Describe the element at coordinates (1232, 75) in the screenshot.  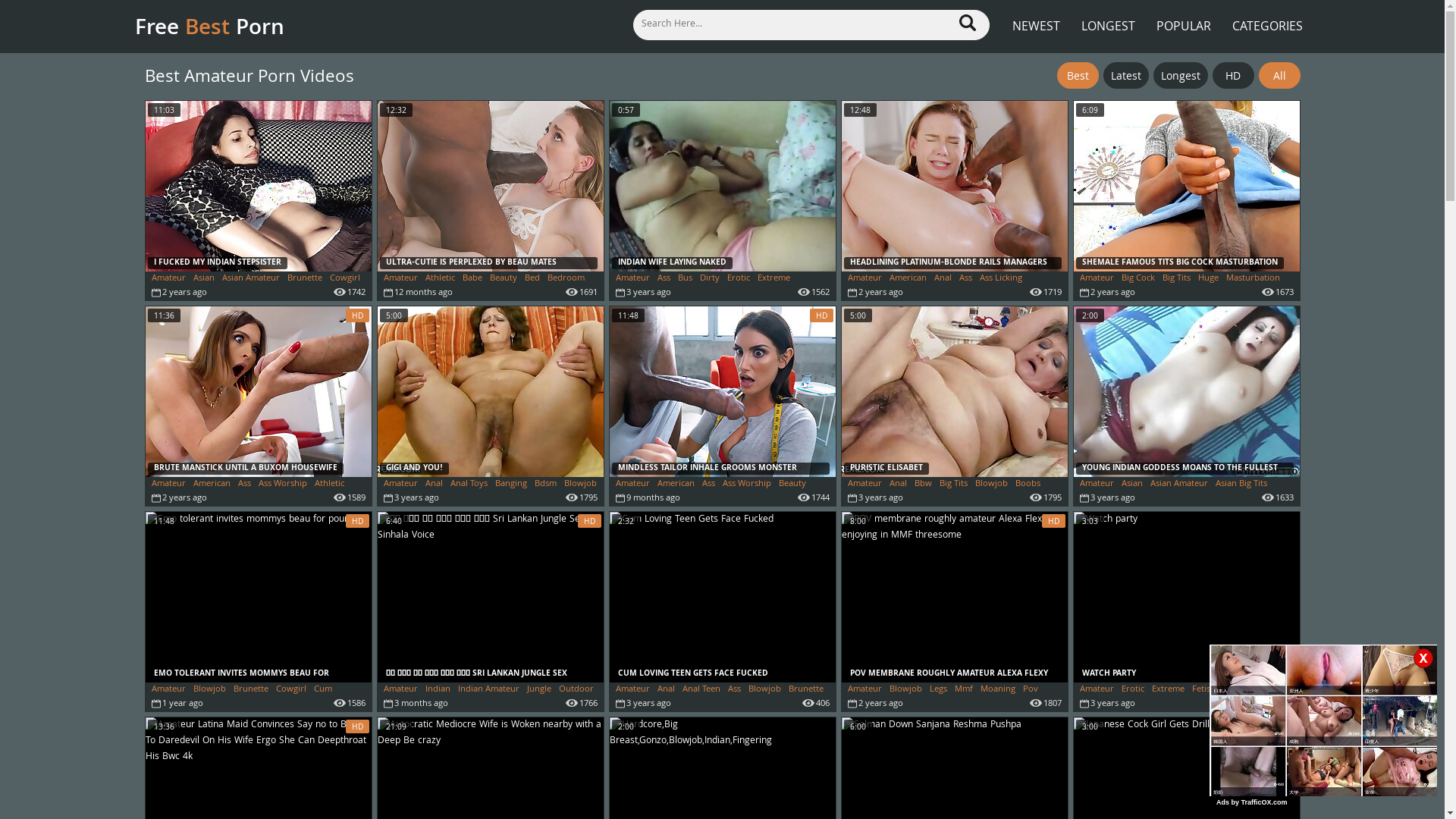
I see `'HD'` at that location.